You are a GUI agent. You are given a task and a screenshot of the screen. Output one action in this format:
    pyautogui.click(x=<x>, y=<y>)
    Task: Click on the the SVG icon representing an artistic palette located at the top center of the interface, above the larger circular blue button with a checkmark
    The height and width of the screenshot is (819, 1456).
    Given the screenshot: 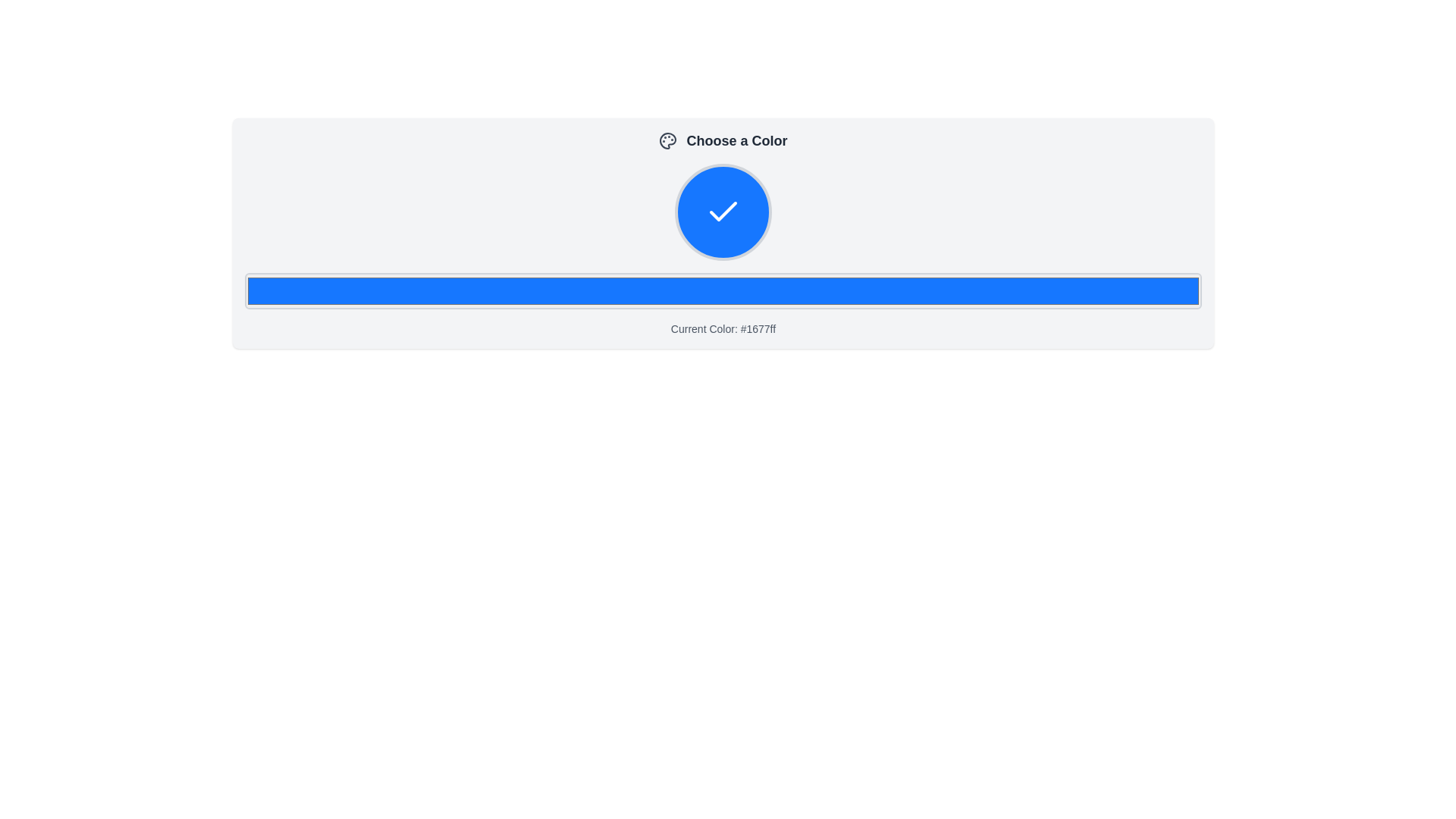 What is the action you would take?
    pyautogui.click(x=667, y=140)
    